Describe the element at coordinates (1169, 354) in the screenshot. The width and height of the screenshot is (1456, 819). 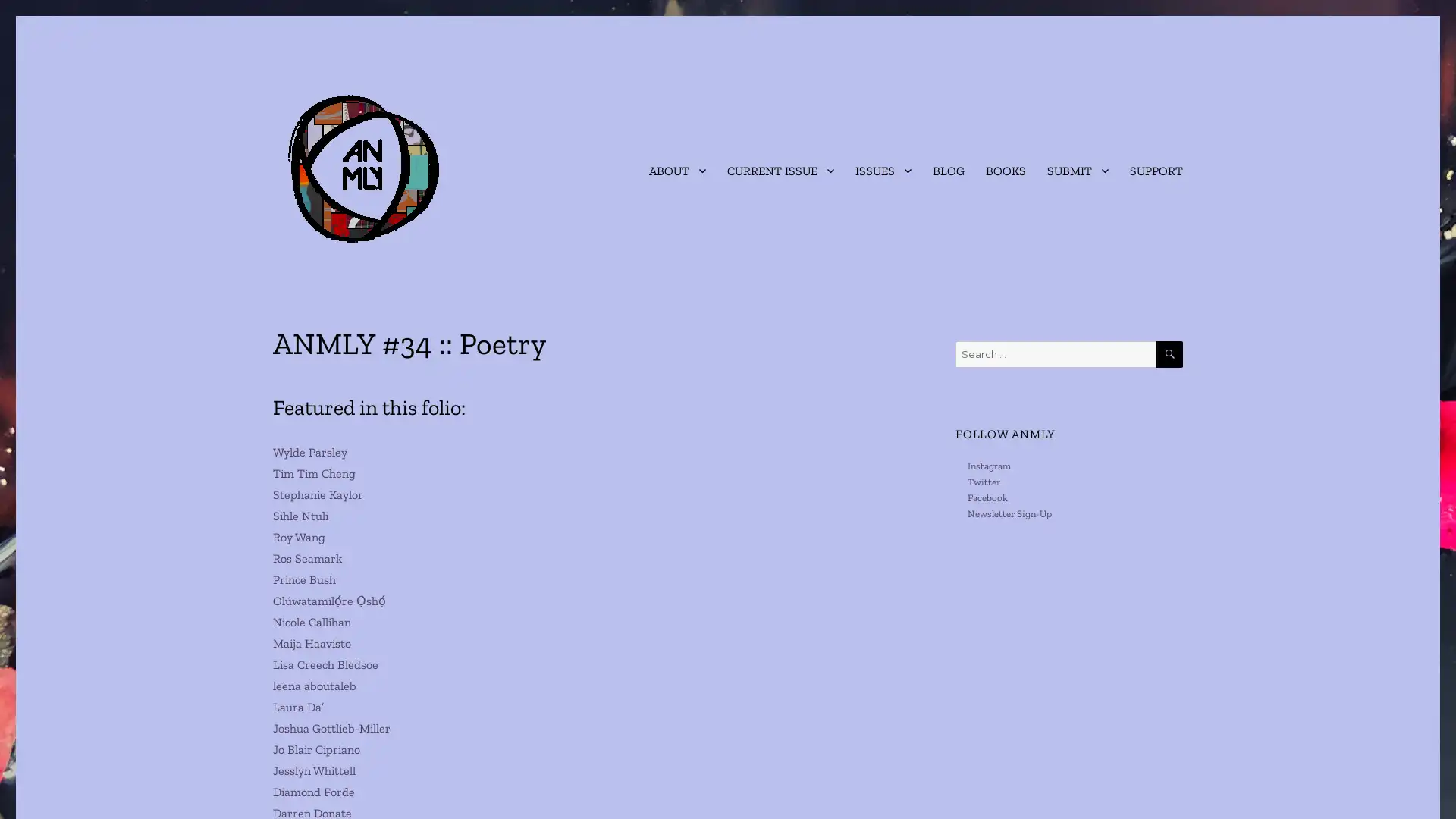
I see `SEARCH` at that location.